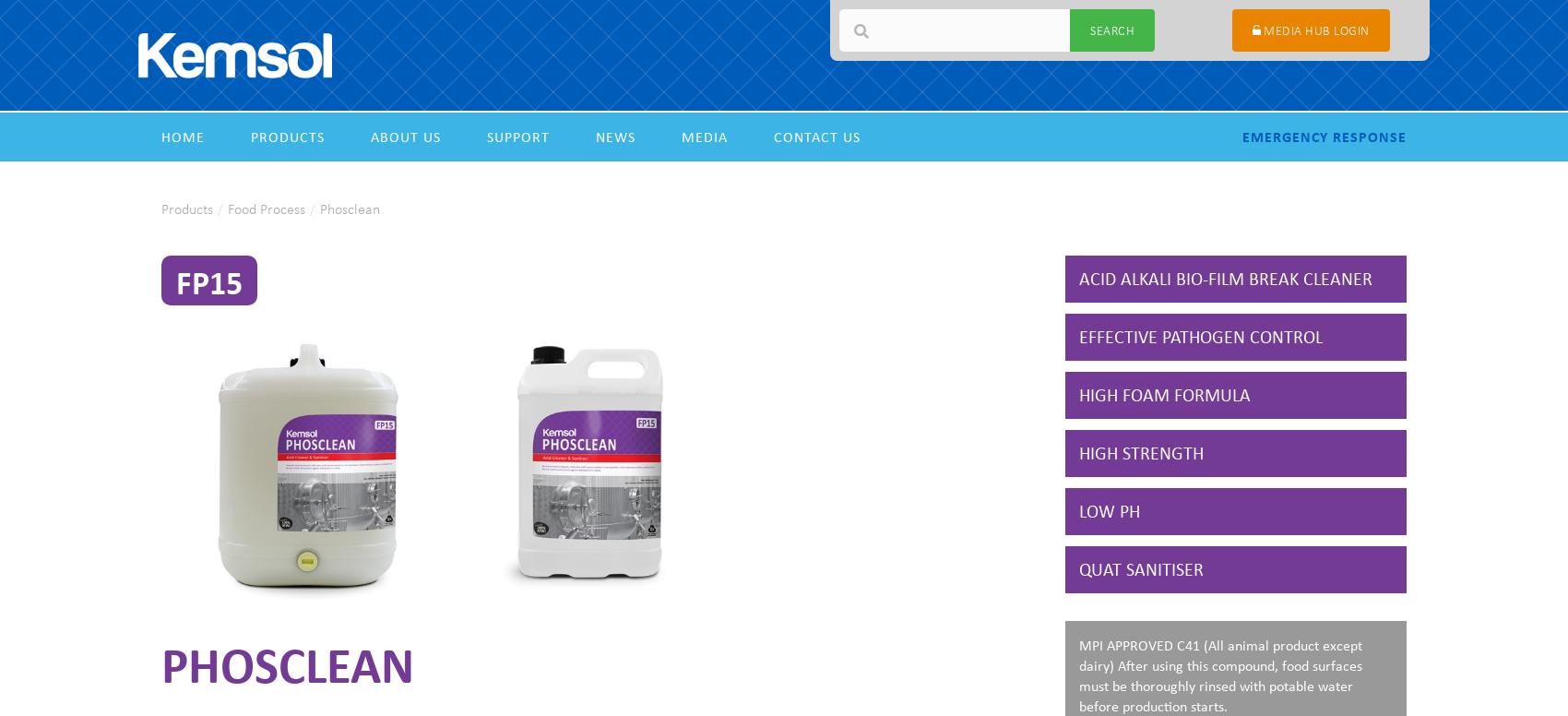  What do you see at coordinates (1078, 452) in the screenshot?
I see `'HIGH STRENGTH'` at bounding box center [1078, 452].